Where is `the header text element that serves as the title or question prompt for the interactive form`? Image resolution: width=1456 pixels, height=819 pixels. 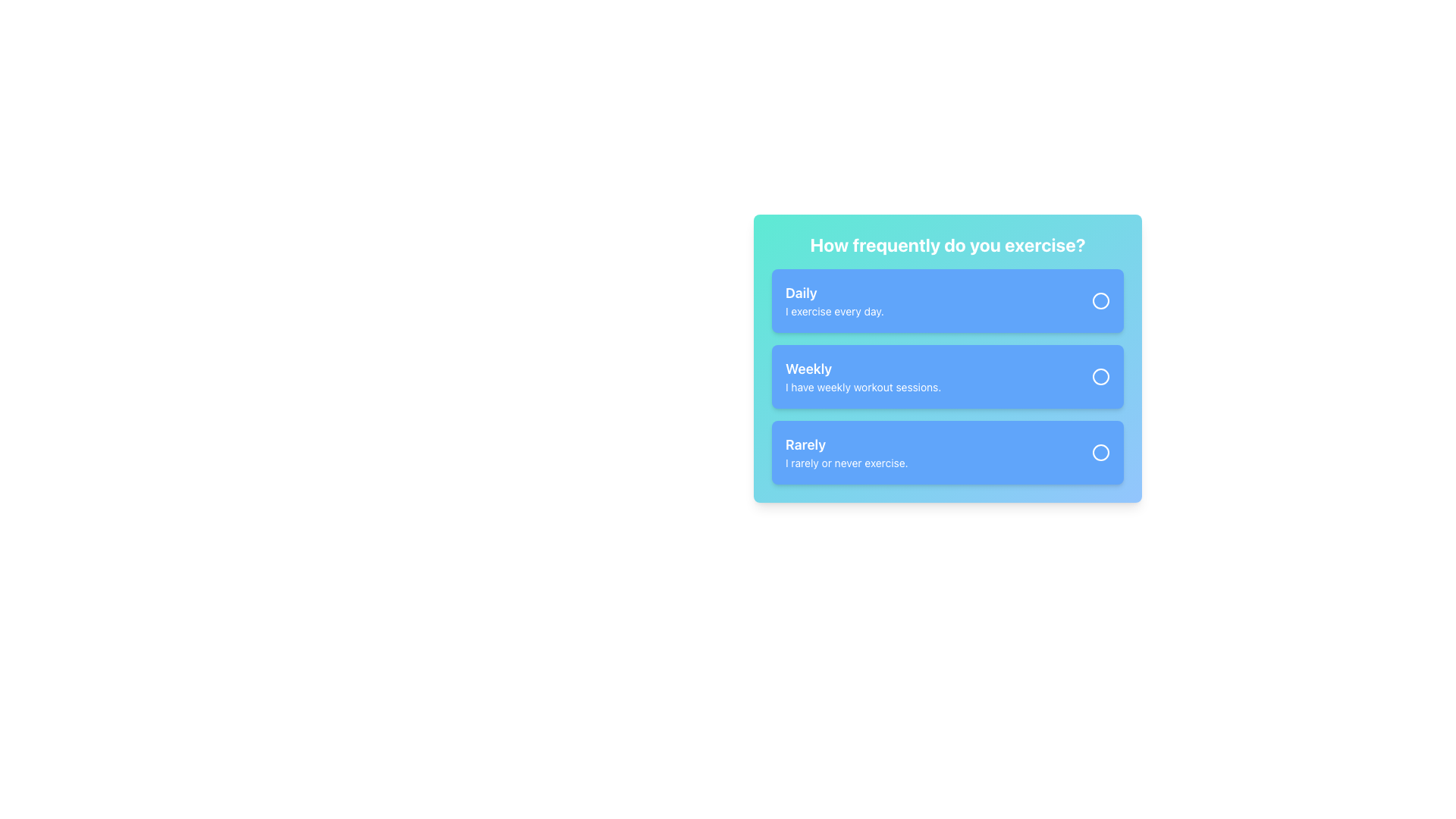 the header text element that serves as the title or question prompt for the interactive form is located at coordinates (946, 244).